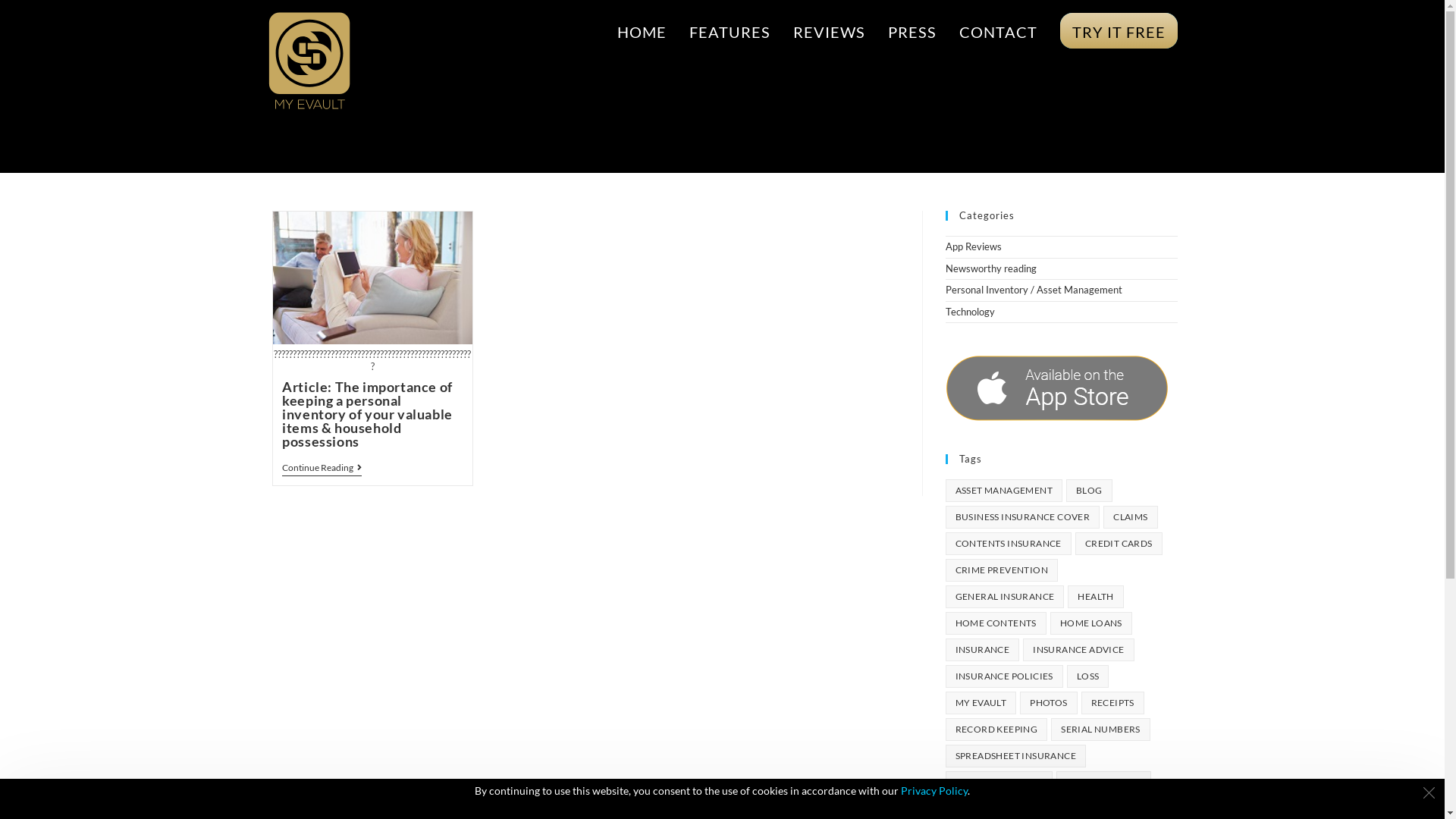  Describe the element at coordinates (990, 268) in the screenshot. I see `'Newsworthy reading'` at that location.